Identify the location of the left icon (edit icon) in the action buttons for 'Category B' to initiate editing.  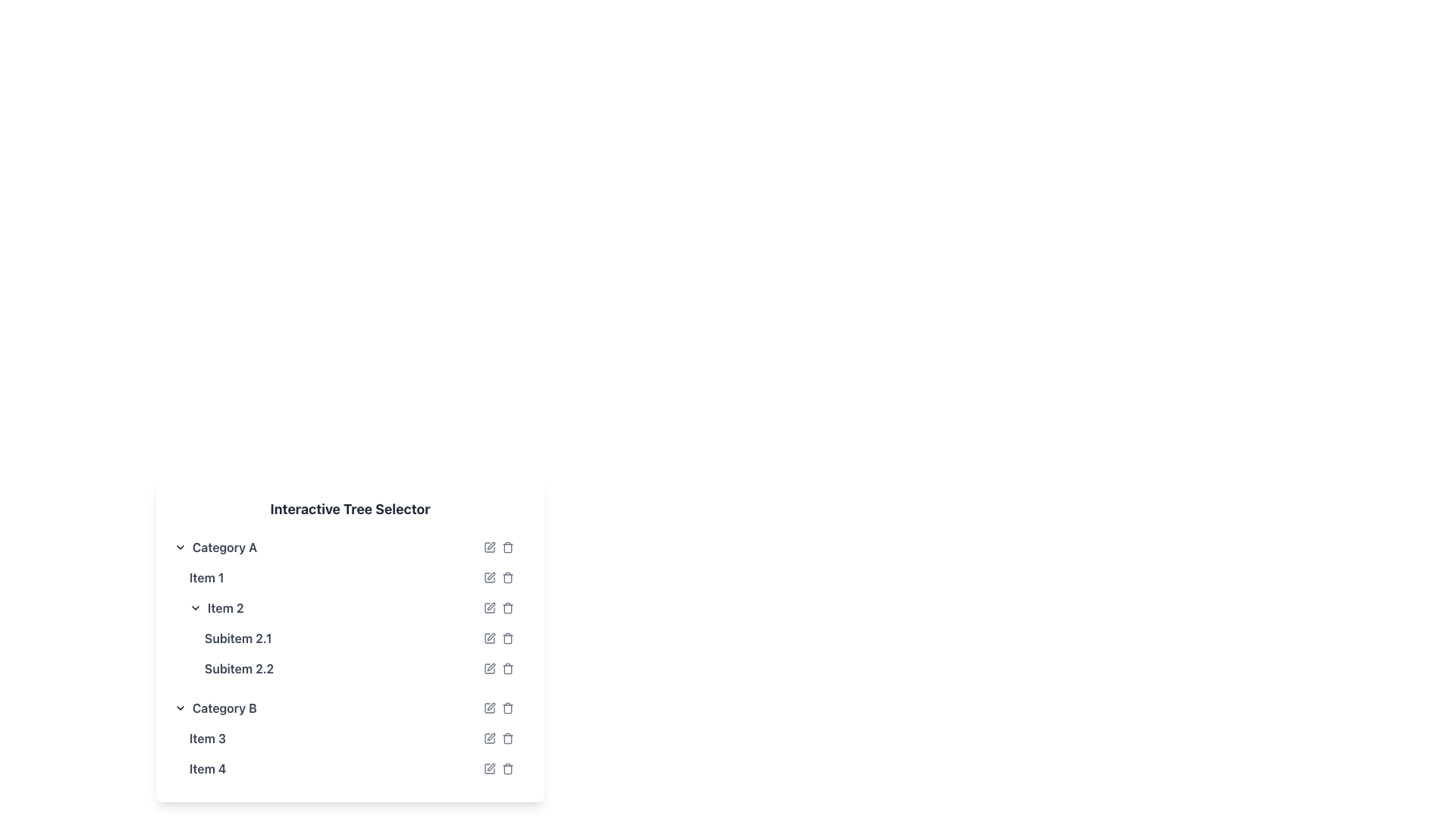
(498, 708).